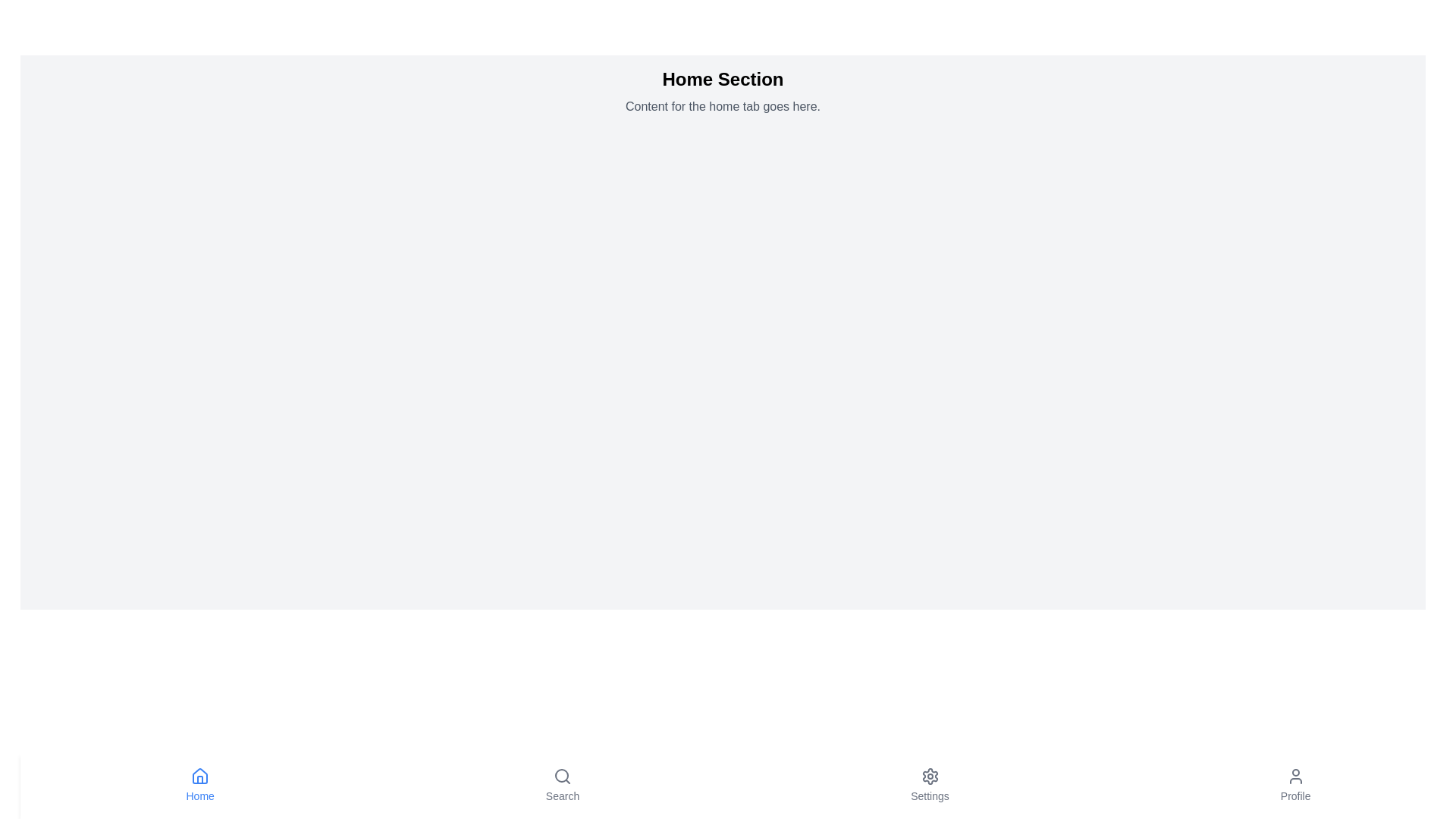 The height and width of the screenshot is (819, 1456). What do you see at coordinates (929, 795) in the screenshot?
I see `the 'Settings' text label located in the lower navigation bar below the gear icon` at bounding box center [929, 795].